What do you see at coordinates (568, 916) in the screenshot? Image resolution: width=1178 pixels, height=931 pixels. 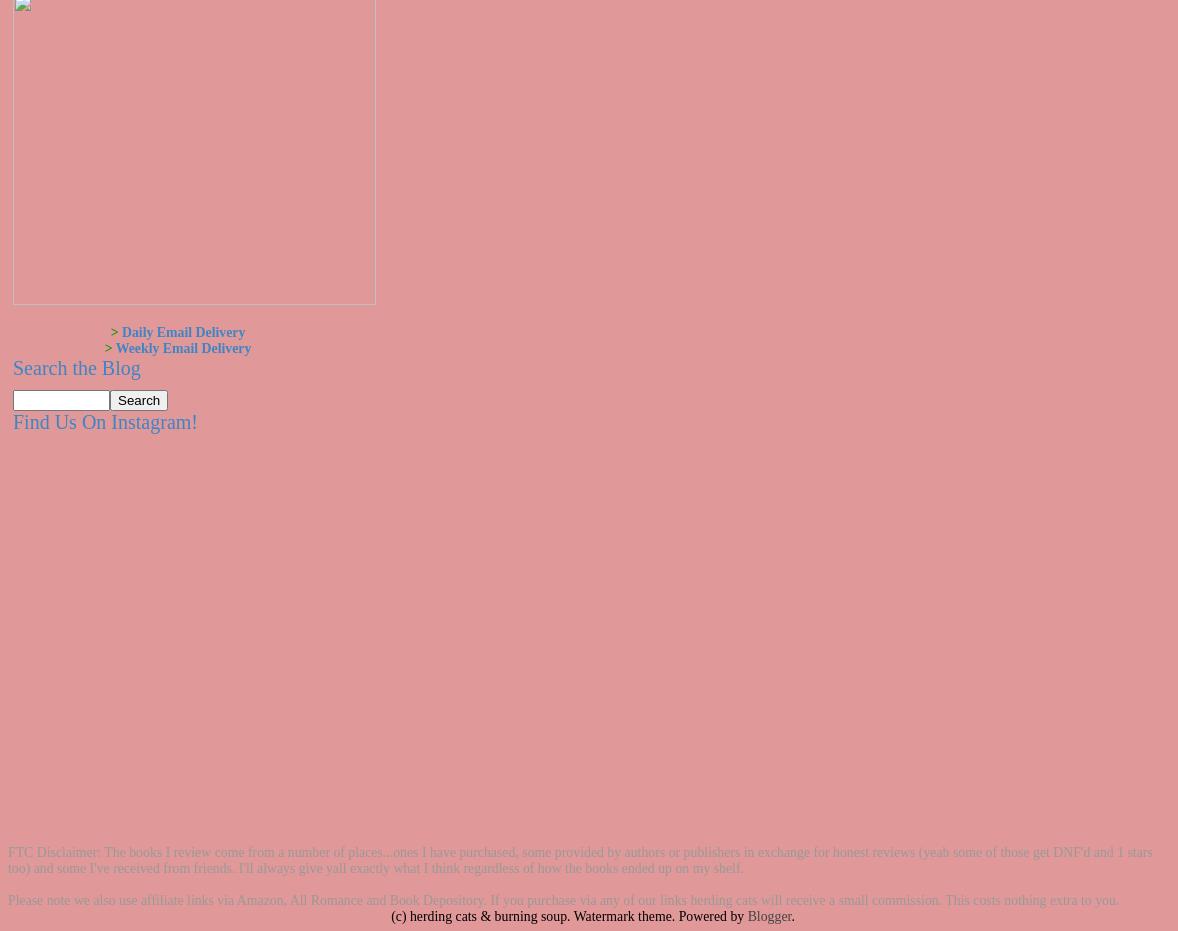 I see `'(c) herding cats & burning soup. Watermark theme. Powered by'` at bounding box center [568, 916].